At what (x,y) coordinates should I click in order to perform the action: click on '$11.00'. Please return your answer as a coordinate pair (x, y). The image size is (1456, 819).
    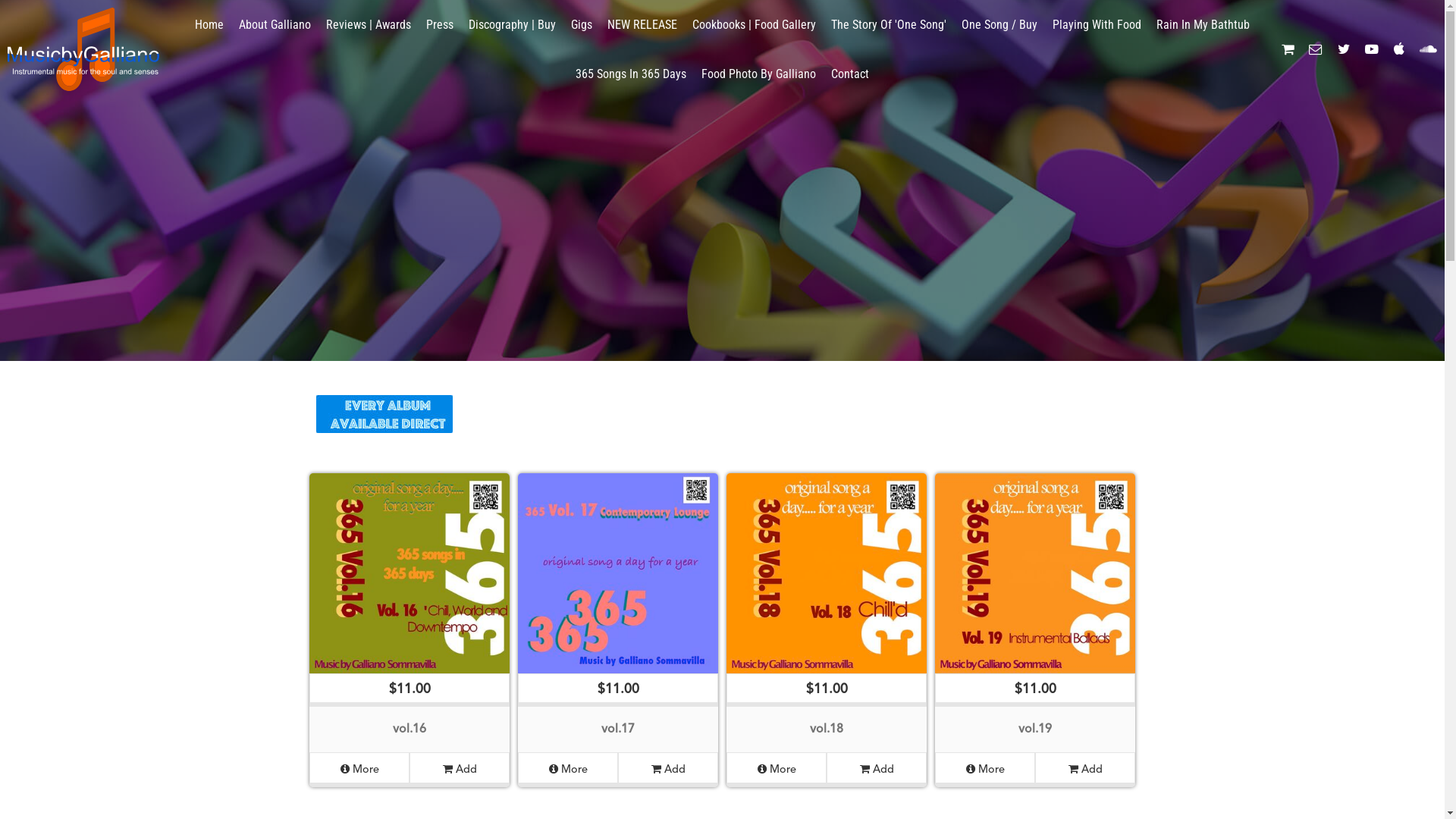
    Looking at the image, I should click on (825, 589).